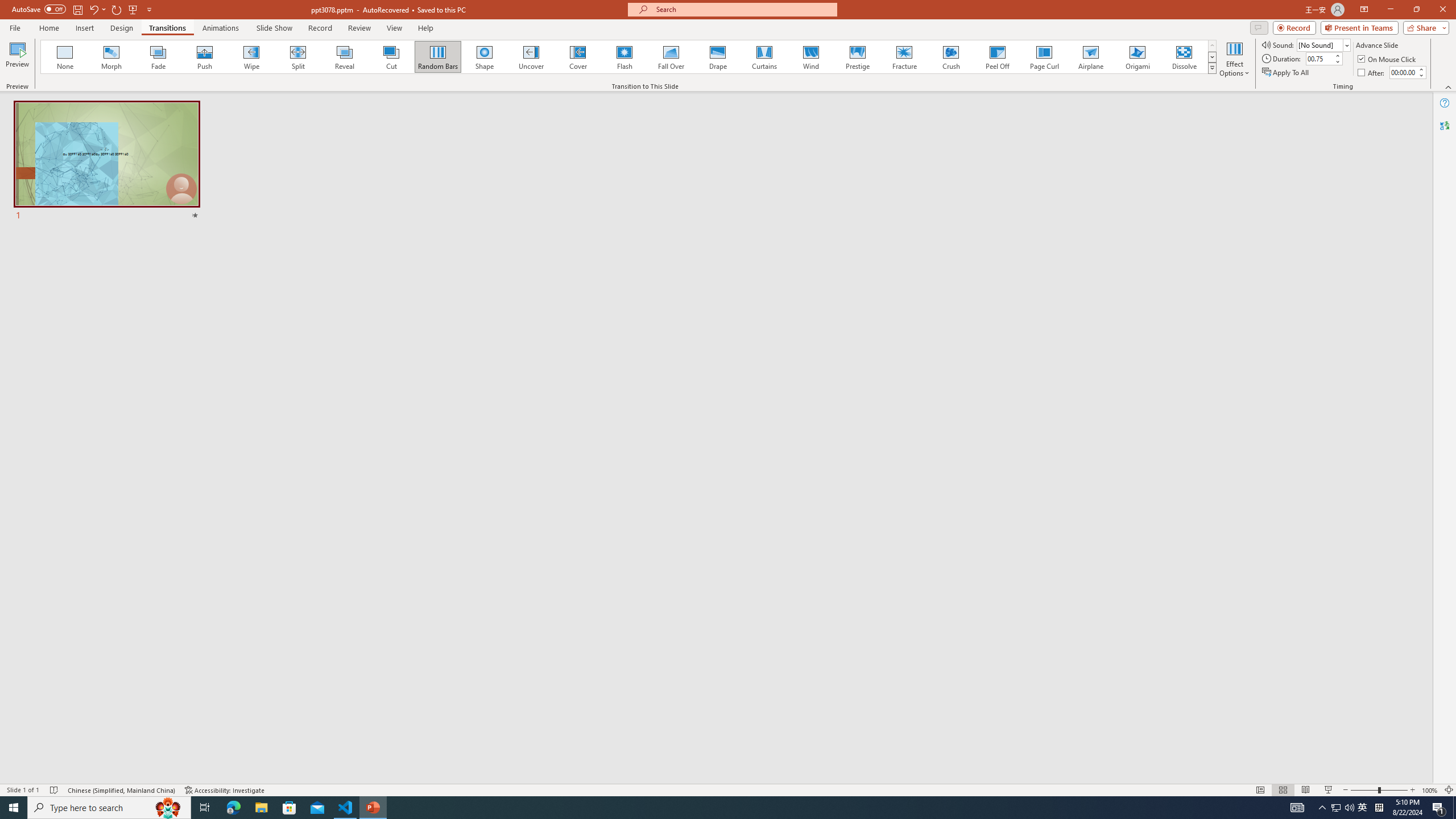 The height and width of the screenshot is (819, 1456). Describe the element at coordinates (950, 56) in the screenshot. I see `'Crush'` at that location.